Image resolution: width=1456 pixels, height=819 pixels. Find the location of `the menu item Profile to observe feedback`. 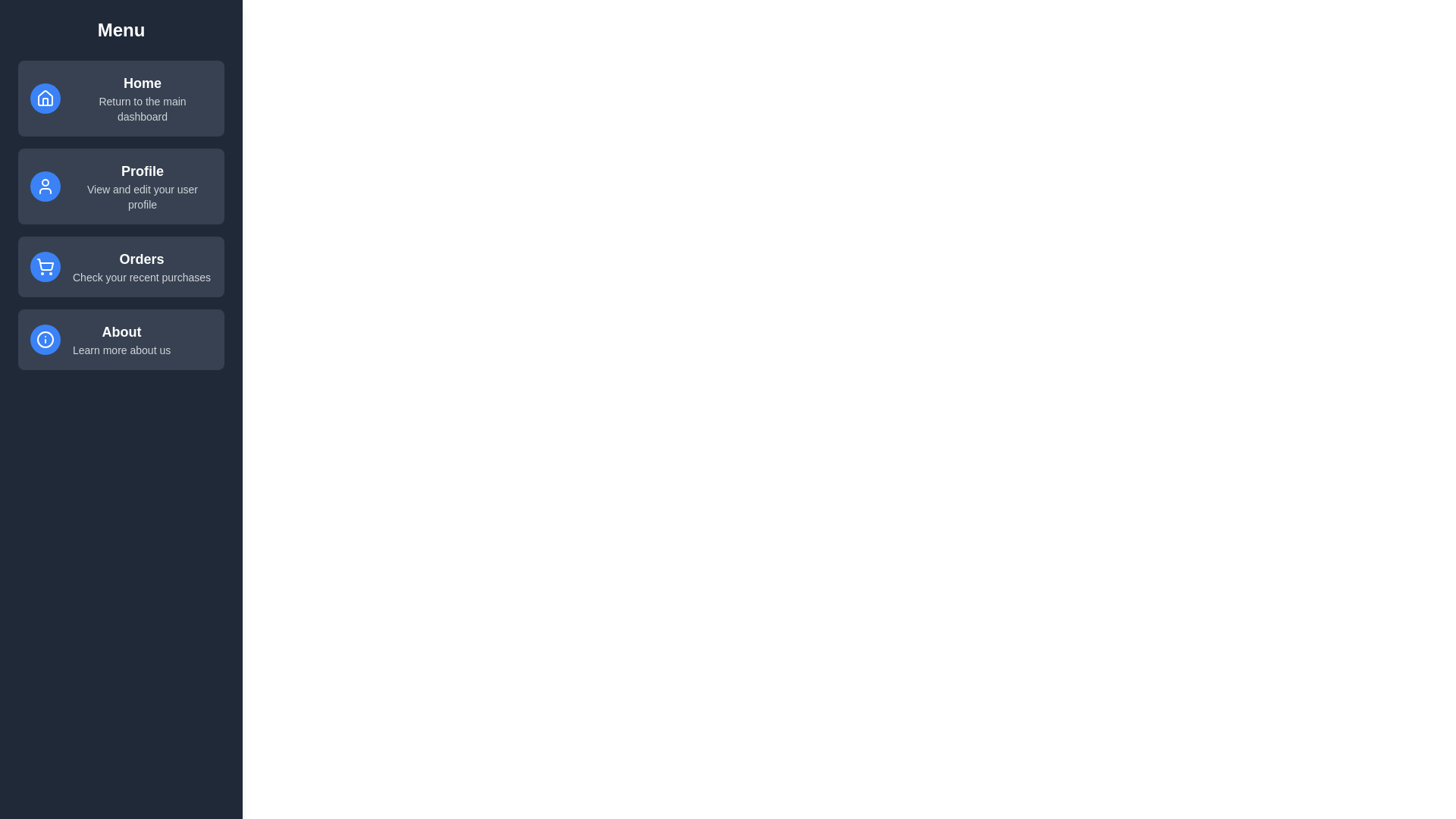

the menu item Profile to observe feedback is located at coordinates (120, 186).